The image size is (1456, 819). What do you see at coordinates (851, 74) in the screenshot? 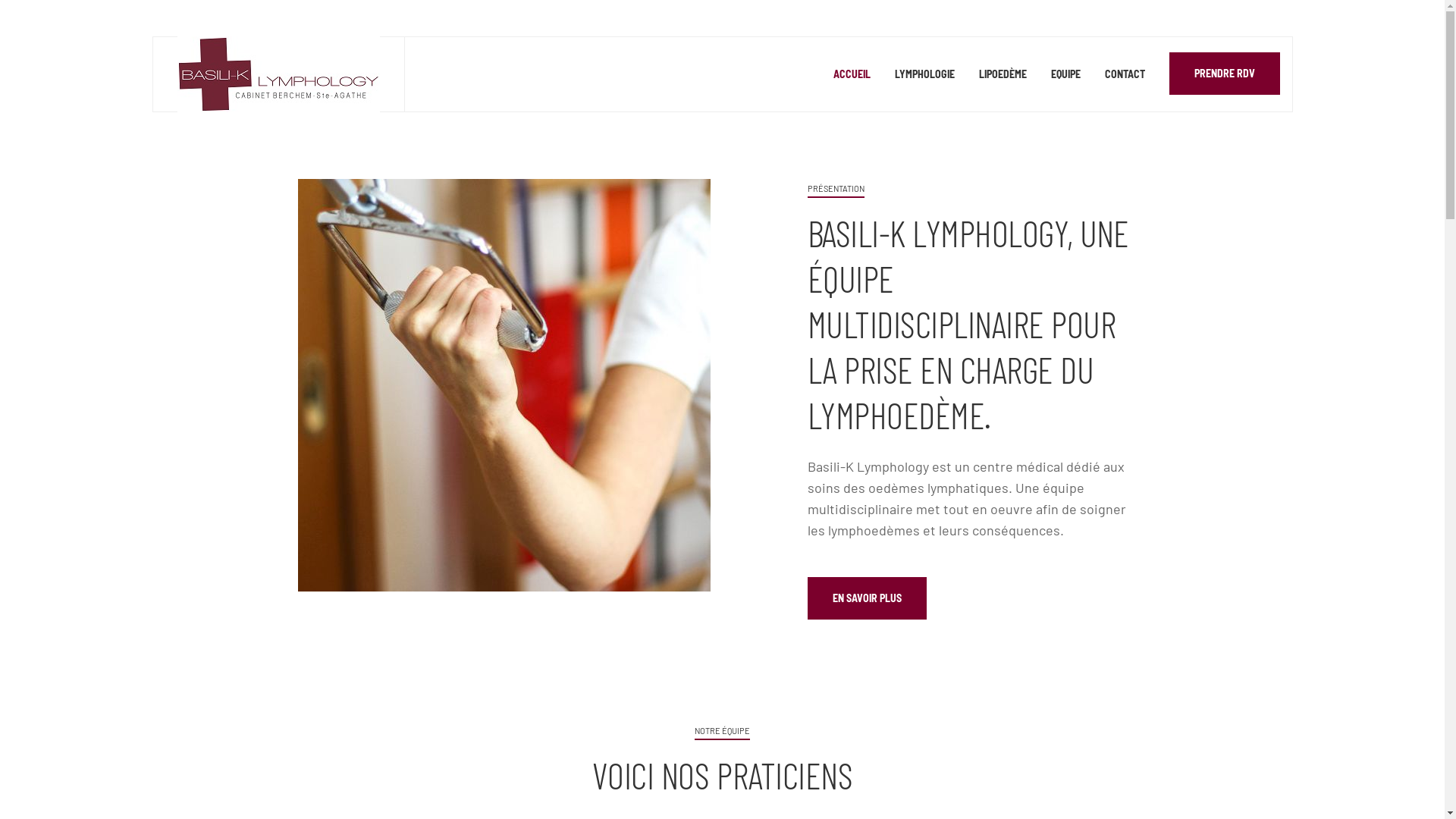
I see `'ACCUEIL'` at bounding box center [851, 74].